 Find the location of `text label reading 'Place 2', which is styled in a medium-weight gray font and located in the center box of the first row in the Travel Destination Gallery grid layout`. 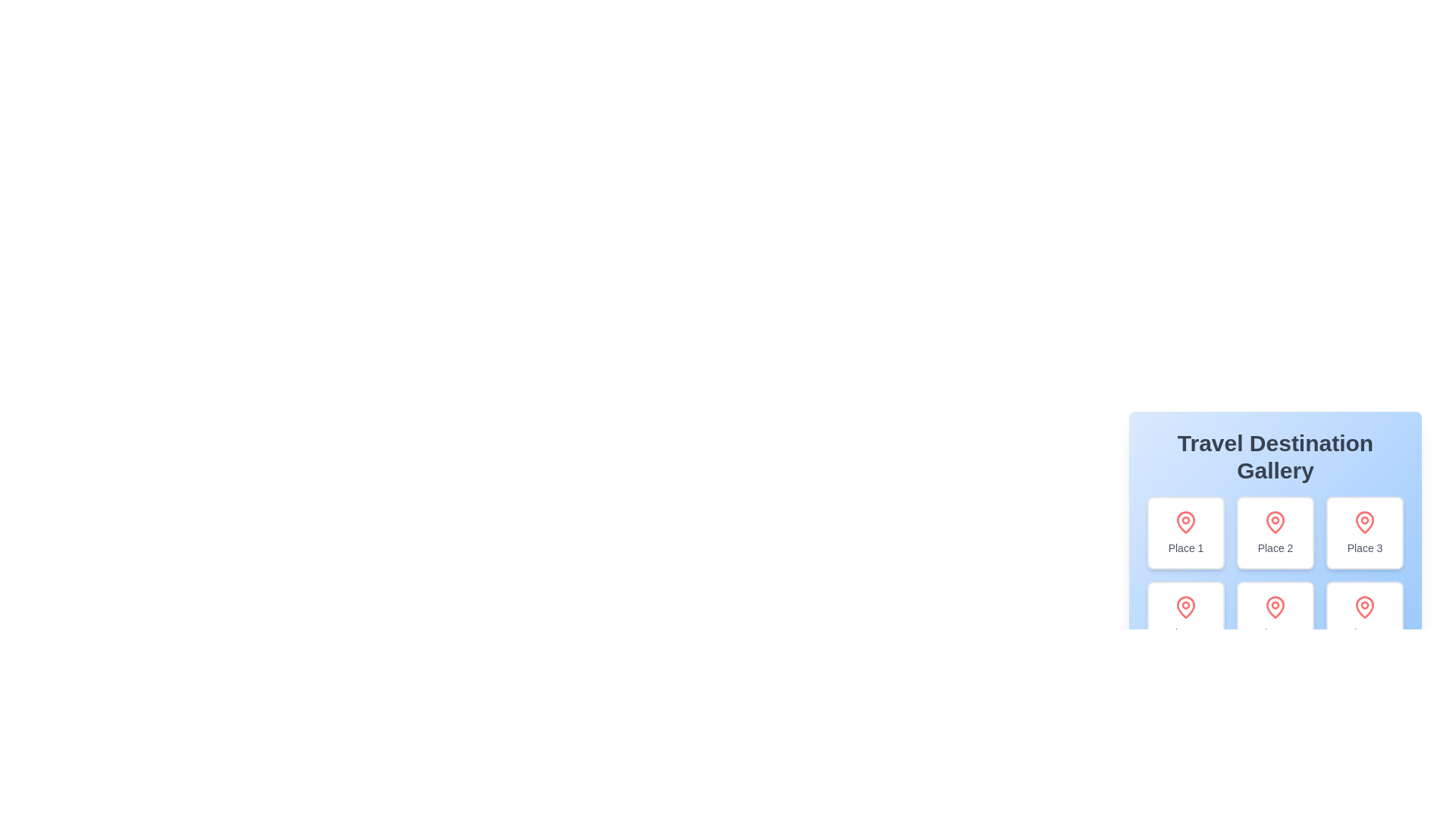

text label reading 'Place 2', which is styled in a medium-weight gray font and located in the center box of the first row in the Travel Destination Gallery grid layout is located at coordinates (1274, 548).